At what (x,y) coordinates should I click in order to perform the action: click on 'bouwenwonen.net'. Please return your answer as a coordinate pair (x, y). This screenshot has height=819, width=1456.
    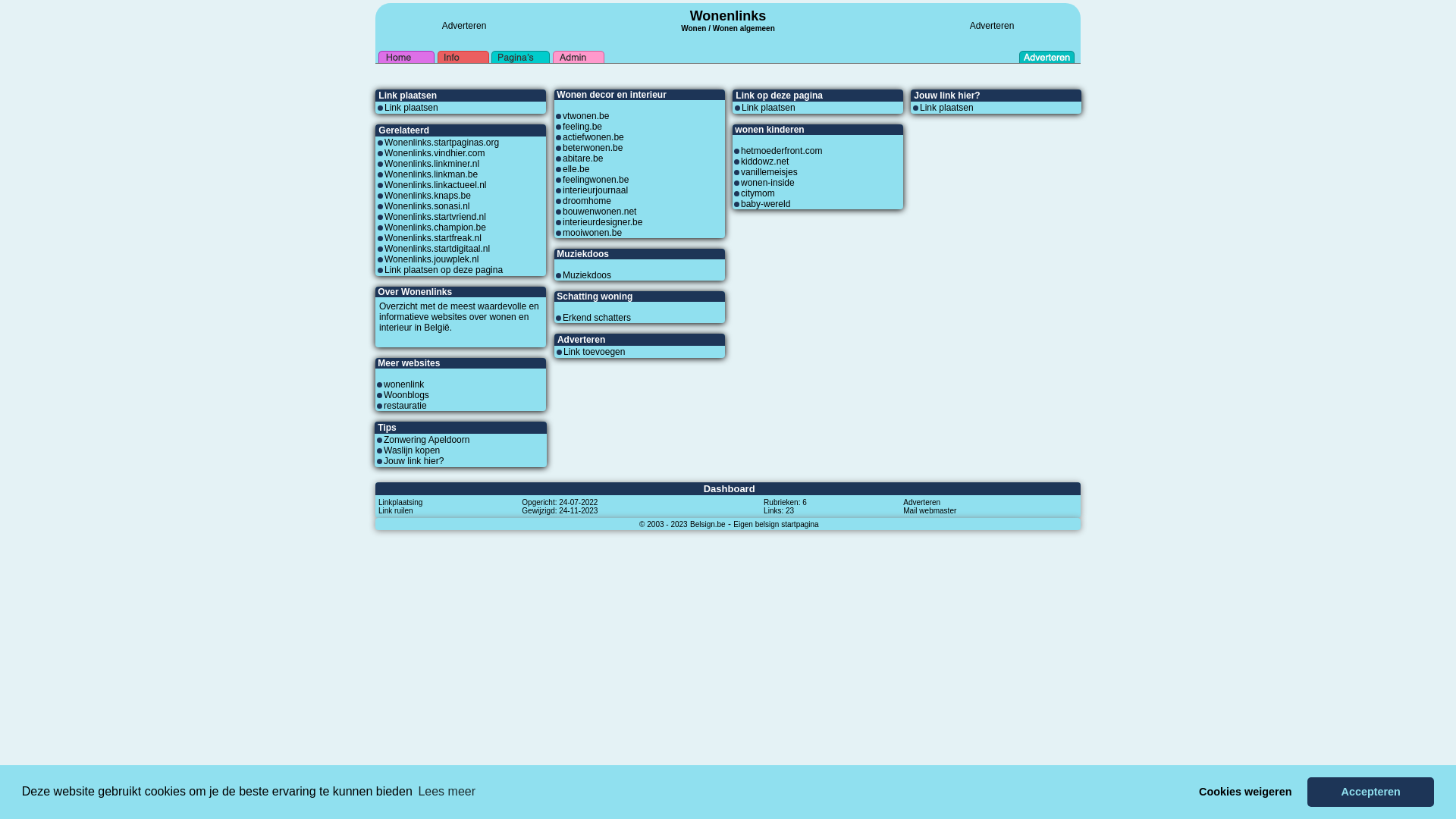
    Looking at the image, I should click on (598, 211).